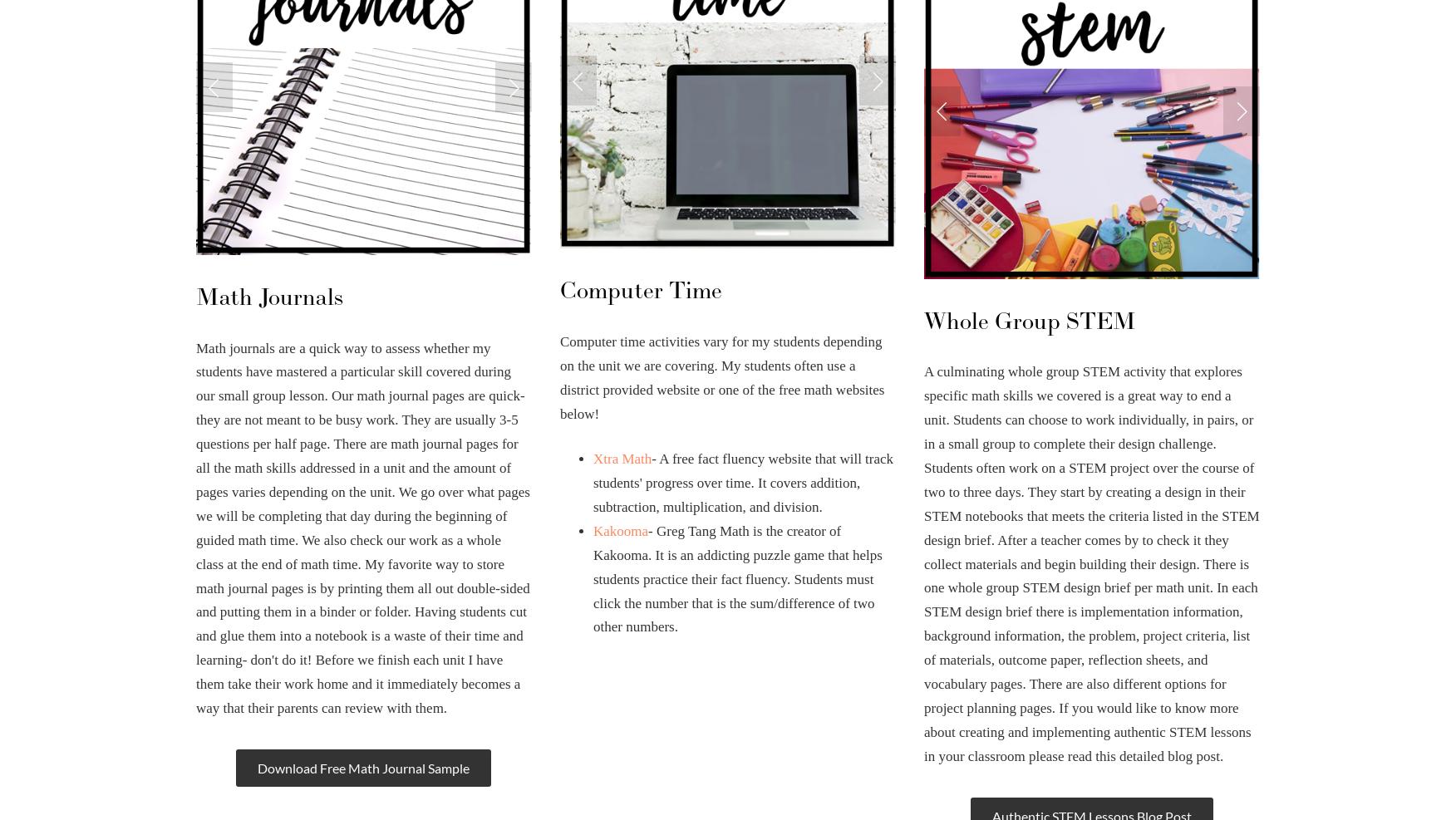  What do you see at coordinates (620, 530) in the screenshot?
I see `'Kakooma'` at bounding box center [620, 530].